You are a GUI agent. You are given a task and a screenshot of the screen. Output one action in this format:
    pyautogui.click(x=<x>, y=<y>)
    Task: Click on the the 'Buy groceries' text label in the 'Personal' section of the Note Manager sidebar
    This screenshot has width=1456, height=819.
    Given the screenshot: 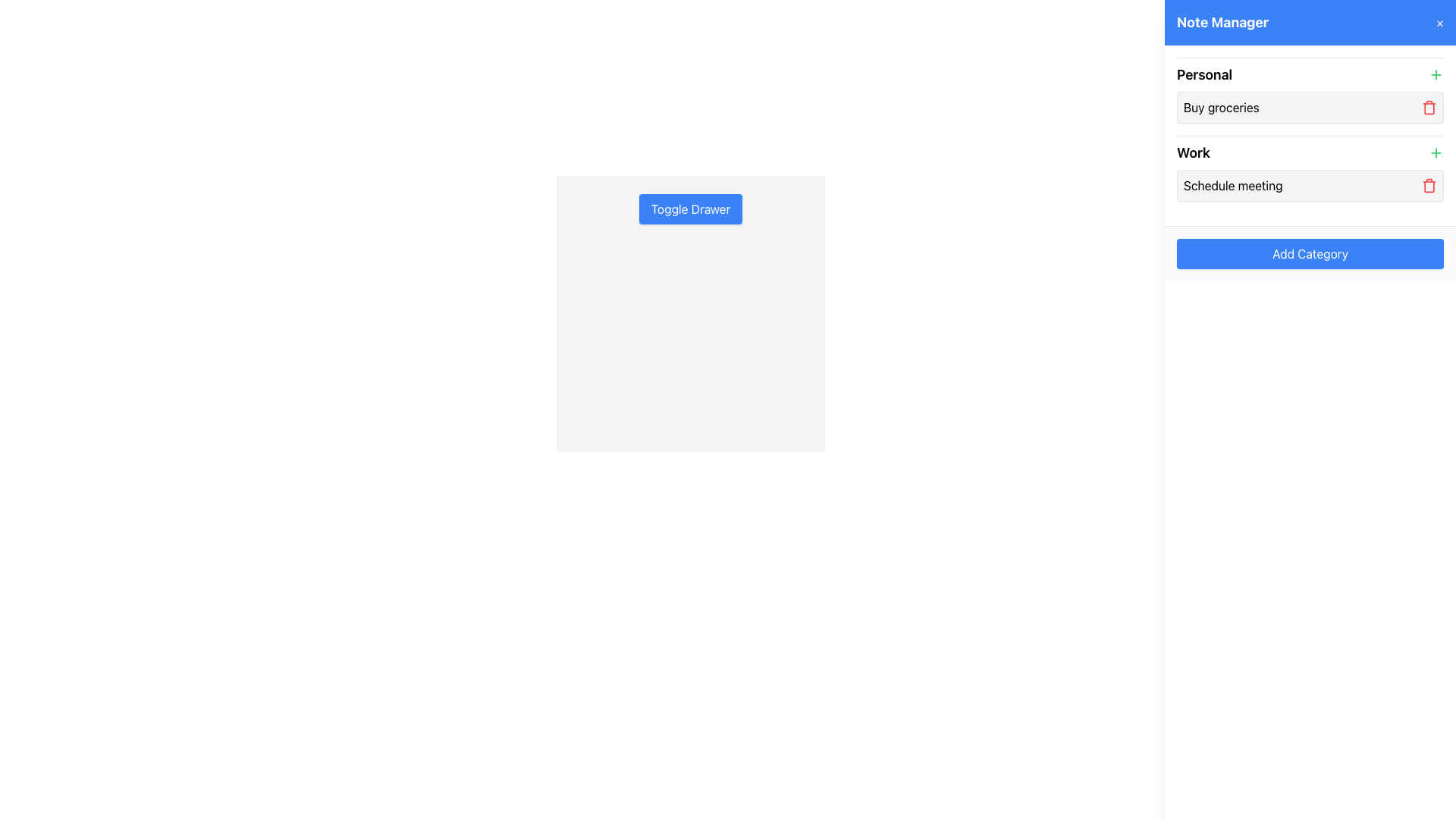 What is the action you would take?
    pyautogui.click(x=1221, y=107)
    